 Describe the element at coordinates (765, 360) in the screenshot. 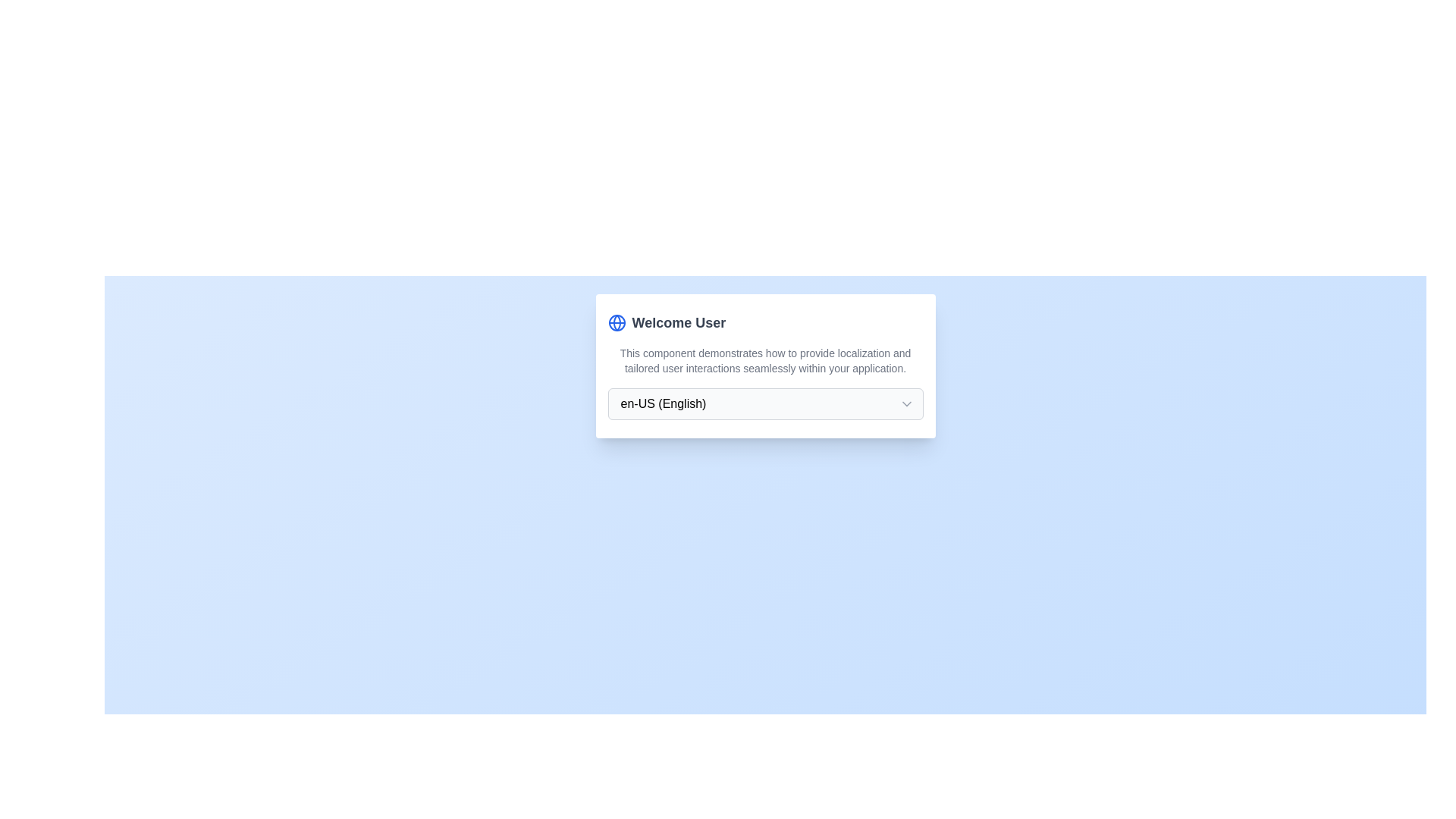

I see `the text element that contains the message about localization and user interactions, positioned below the title 'Welcome User'` at that location.